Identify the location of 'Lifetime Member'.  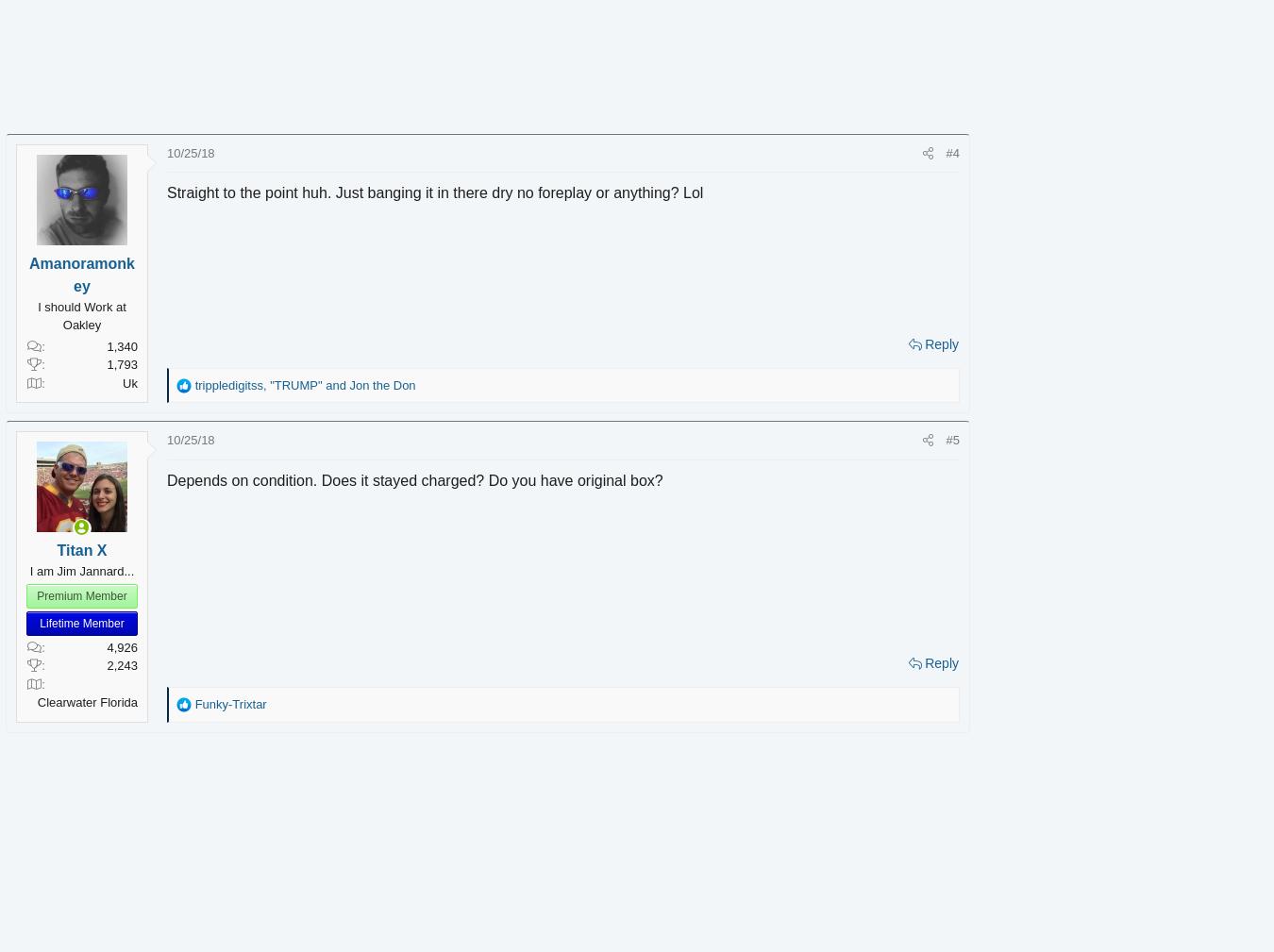
(109, 622).